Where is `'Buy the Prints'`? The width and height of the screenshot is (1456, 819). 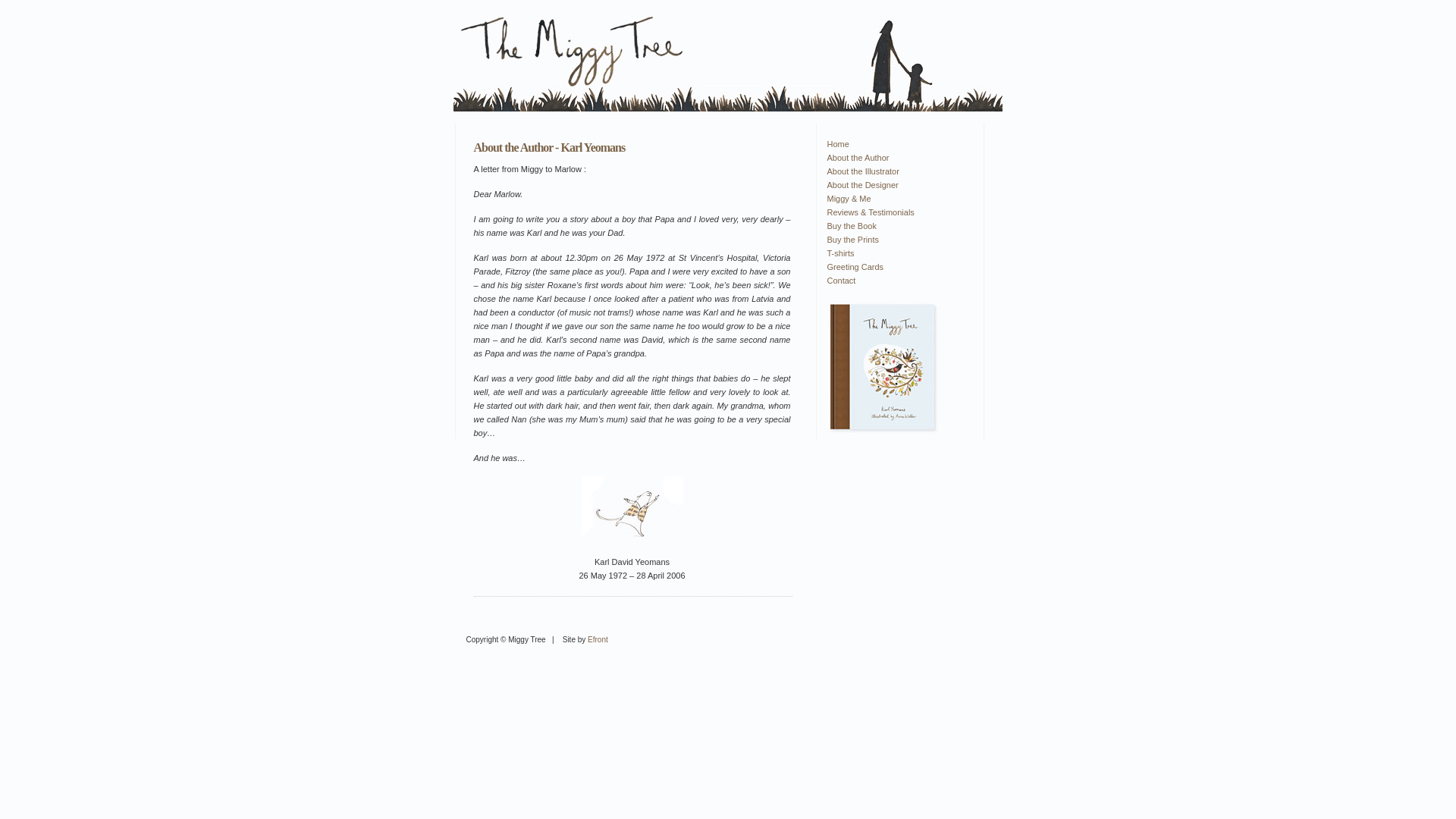
'Buy the Prints' is located at coordinates (895, 239).